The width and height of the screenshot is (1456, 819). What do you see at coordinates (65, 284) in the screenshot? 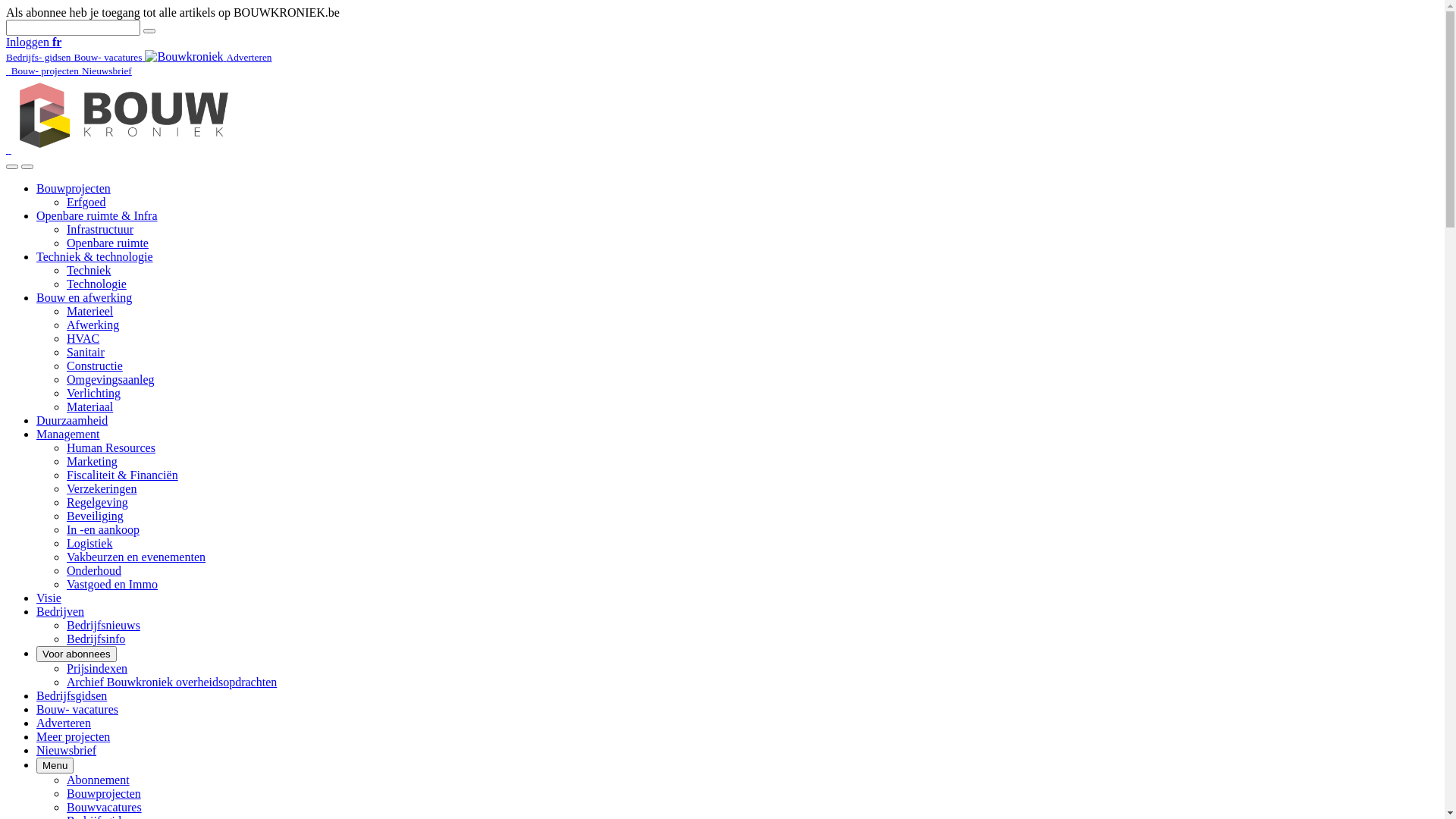
I see `'Technologie'` at bounding box center [65, 284].